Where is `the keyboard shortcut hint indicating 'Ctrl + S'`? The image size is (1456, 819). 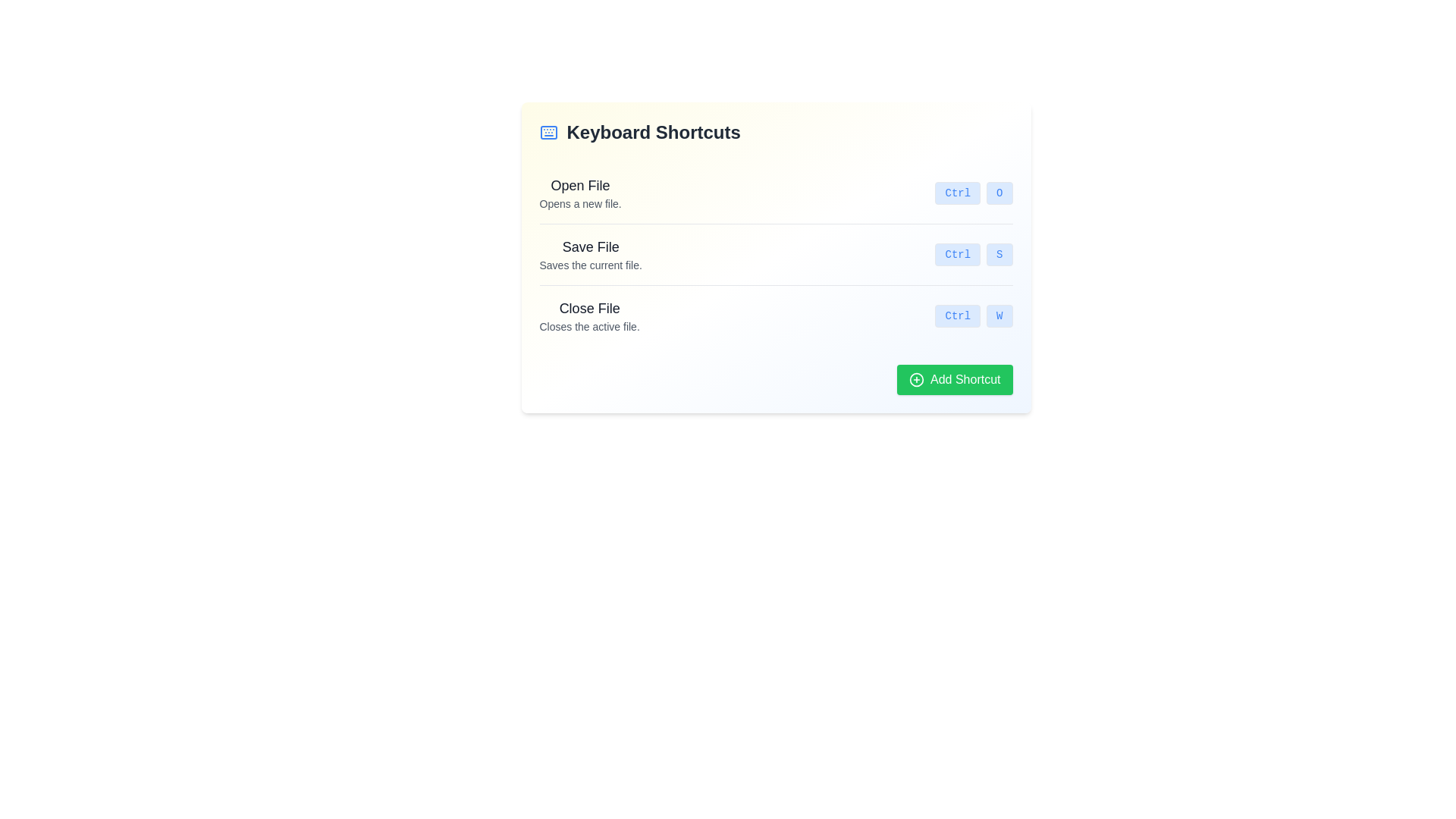 the keyboard shortcut hint indicating 'Ctrl + S' is located at coordinates (974, 253).